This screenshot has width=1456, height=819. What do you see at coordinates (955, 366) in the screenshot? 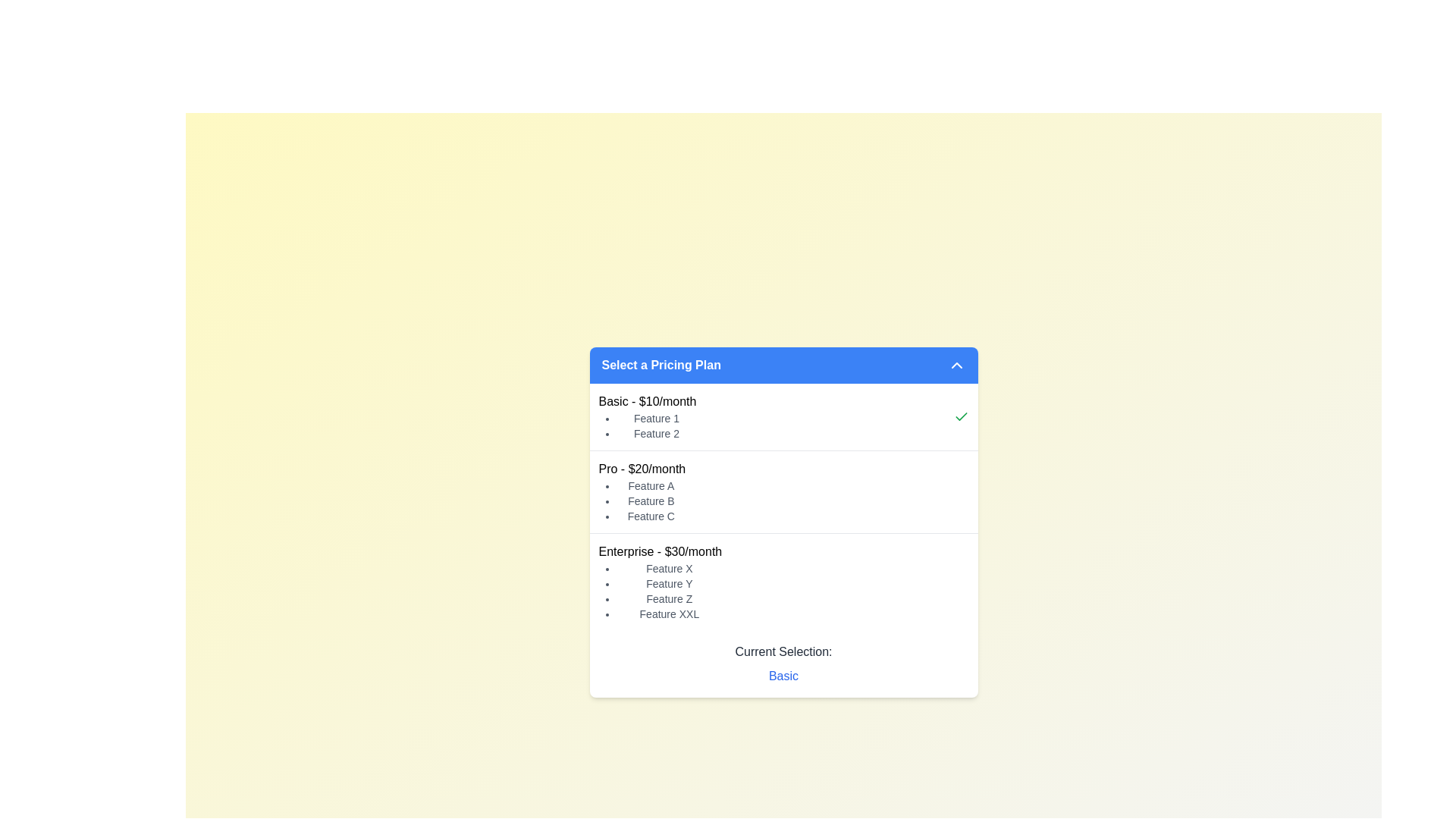
I see `the upward-pointing chevron icon button on the header bar labeled 'Select a Pricing Plan'` at bounding box center [955, 366].